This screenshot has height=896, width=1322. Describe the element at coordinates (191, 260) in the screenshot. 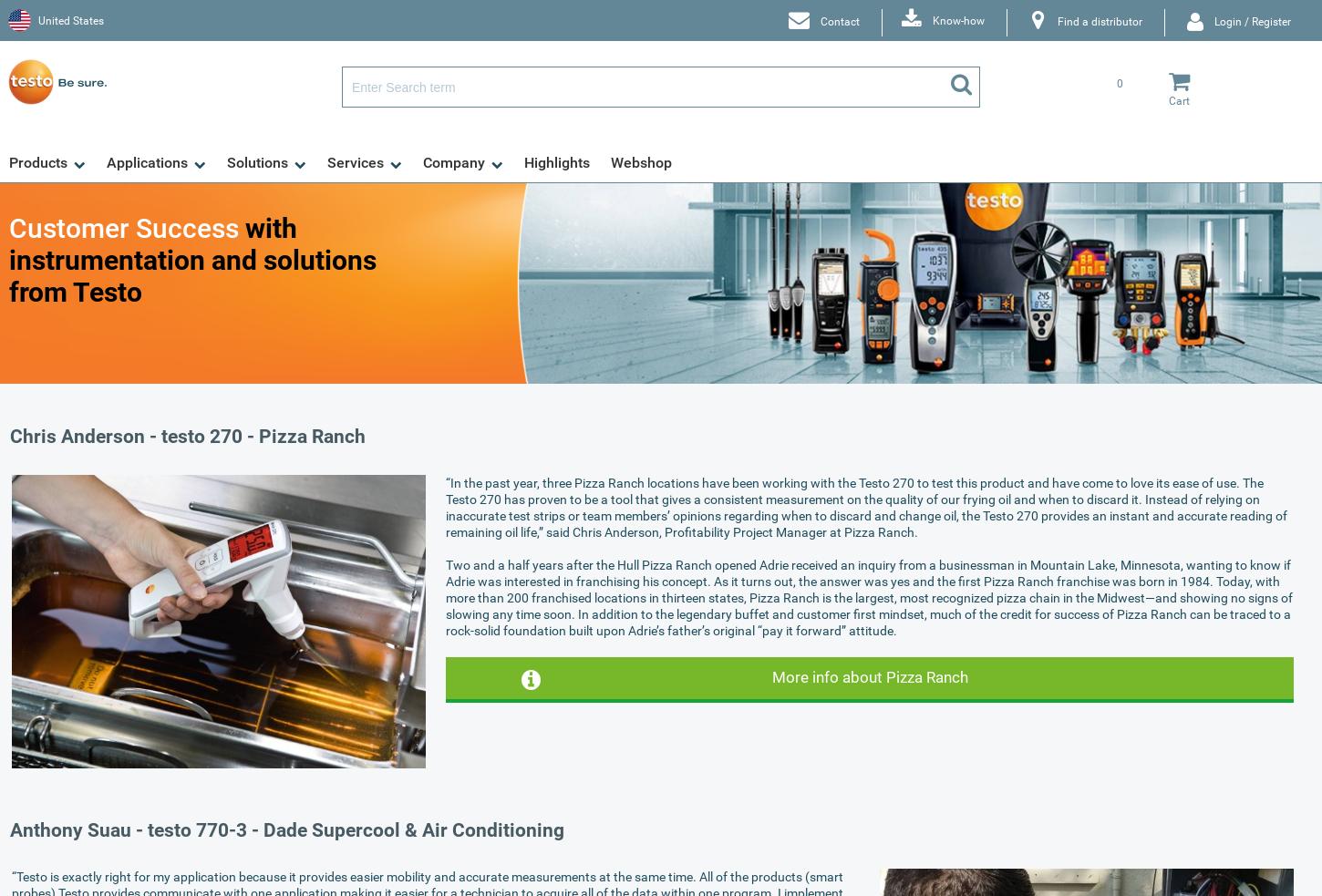

I see `'with instrumentation and solutions from Testo'` at that location.